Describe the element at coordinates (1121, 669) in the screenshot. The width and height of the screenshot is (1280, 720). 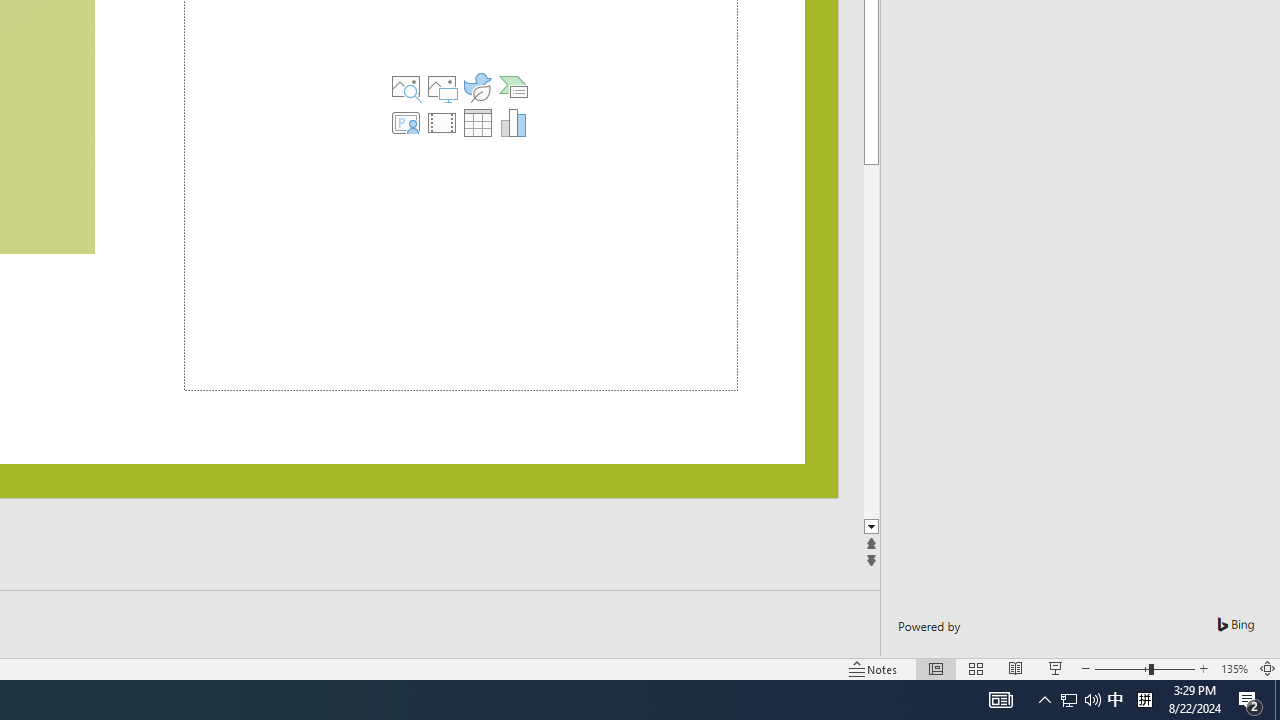
I see `'Zoom Out'` at that location.